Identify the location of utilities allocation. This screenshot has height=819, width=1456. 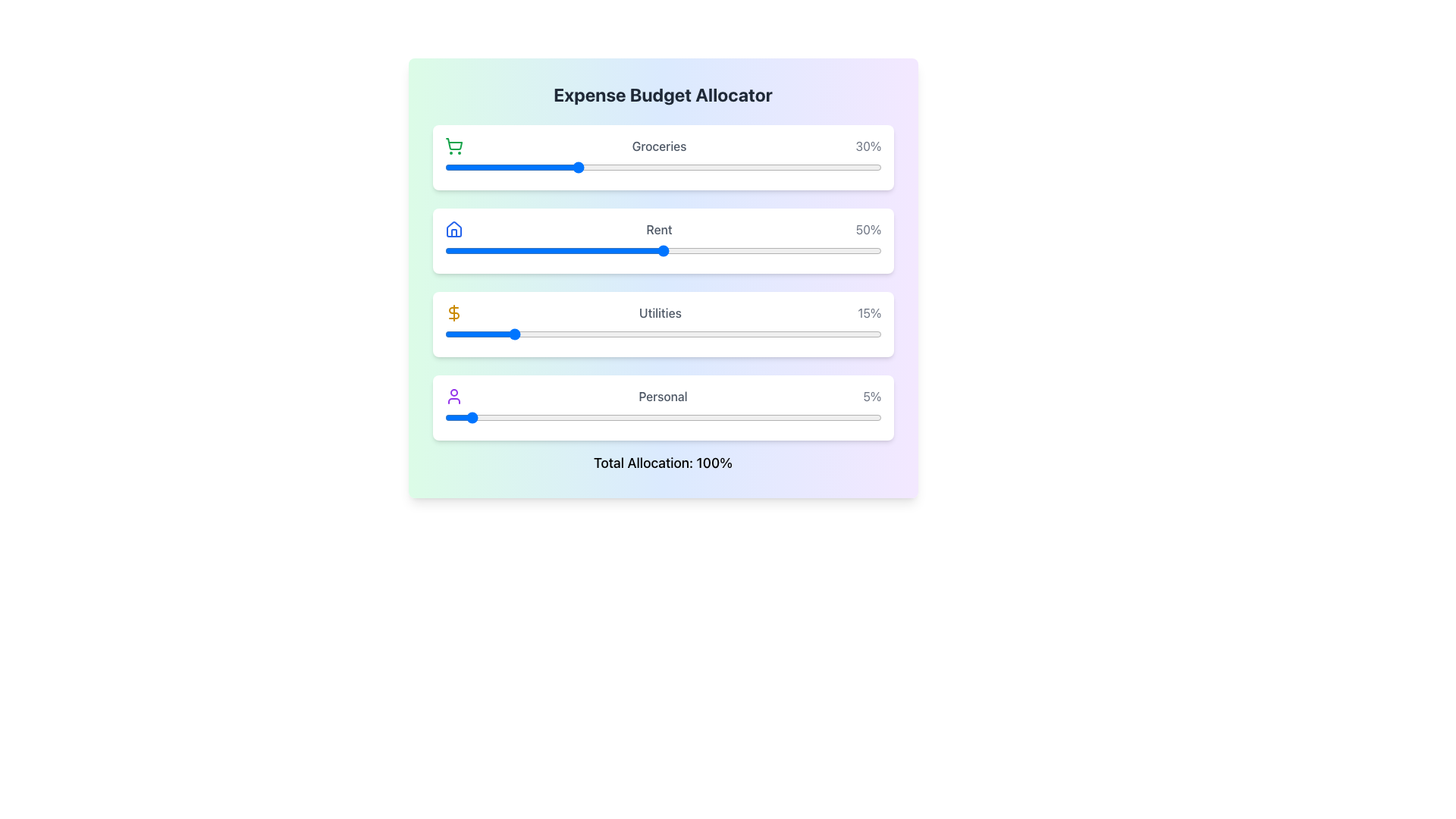
(833, 333).